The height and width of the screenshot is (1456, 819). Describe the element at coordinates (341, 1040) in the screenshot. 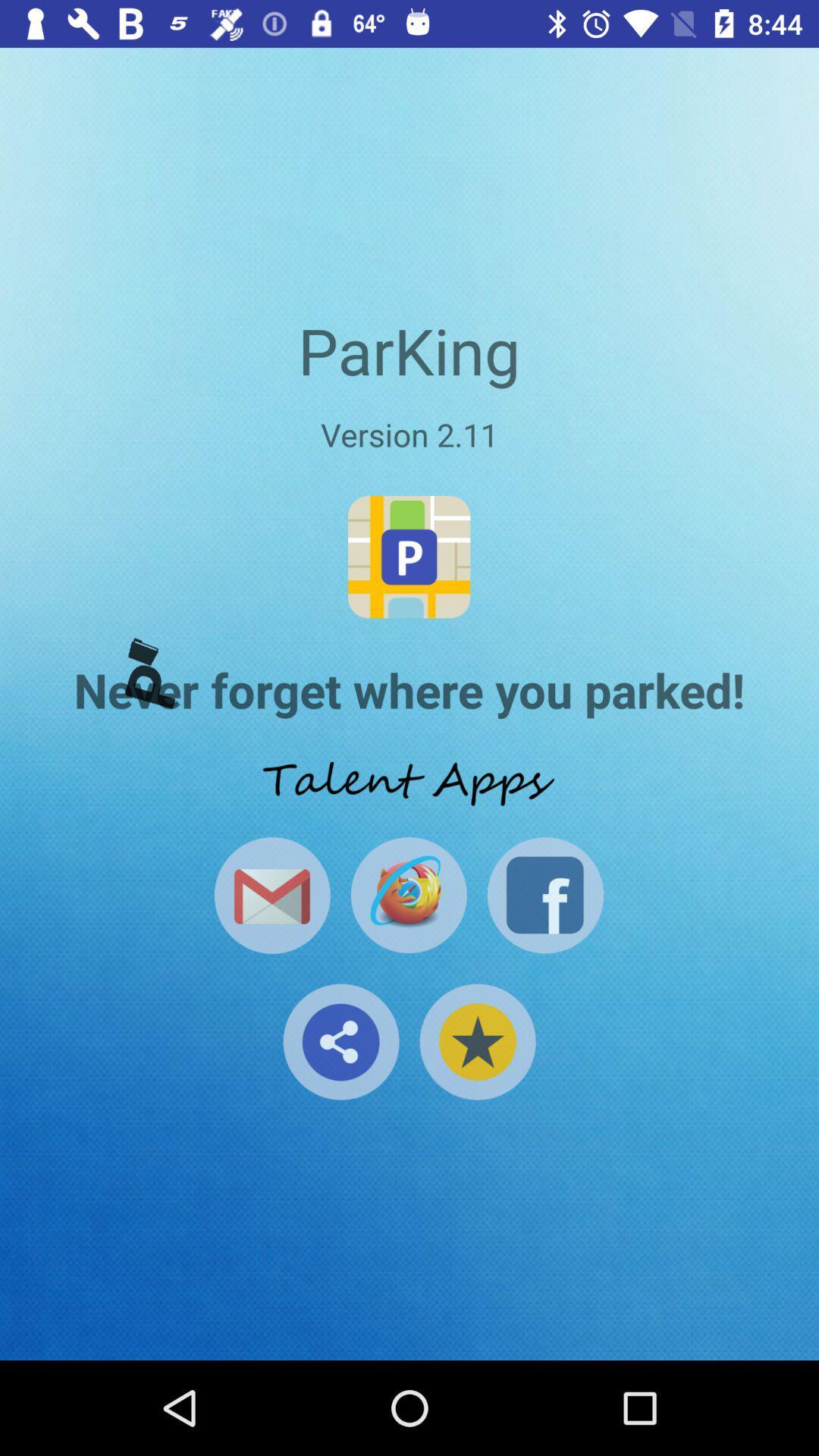

I see `share button` at that location.